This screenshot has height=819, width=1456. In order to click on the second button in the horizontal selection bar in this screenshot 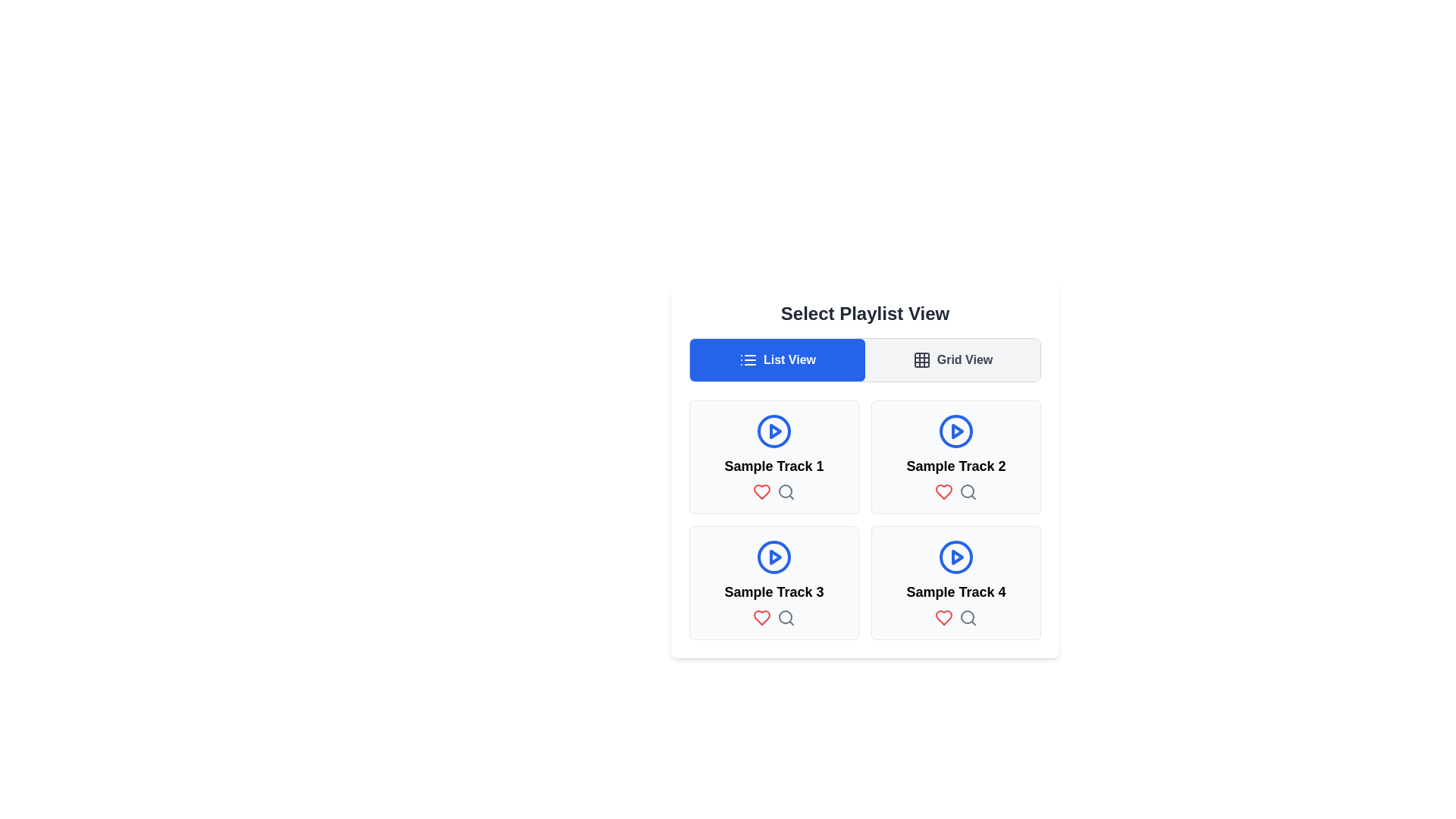, I will do `click(952, 359)`.